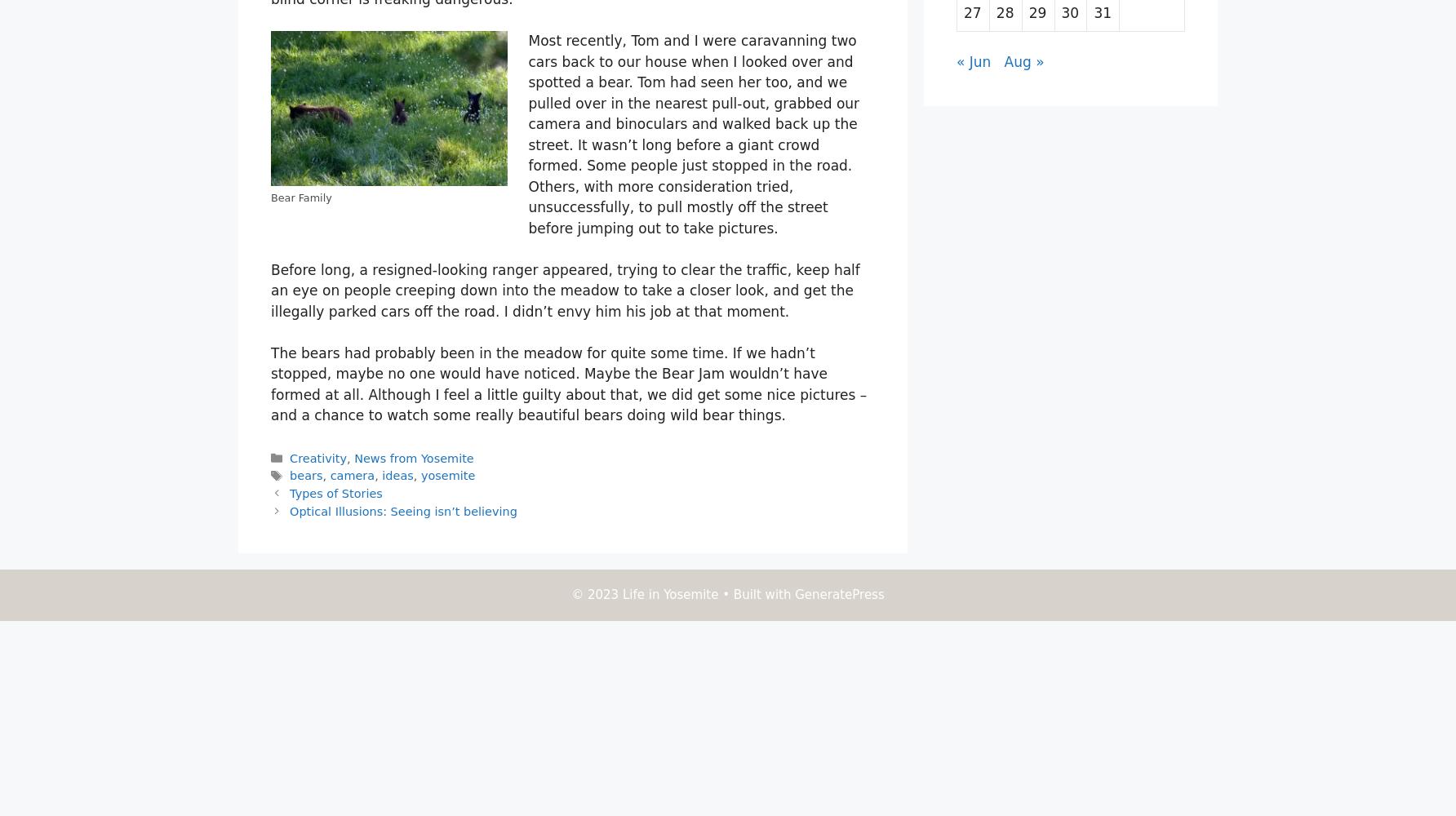 The width and height of the screenshot is (1456, 816). I want to click on '« Jun', so click(973, 61).